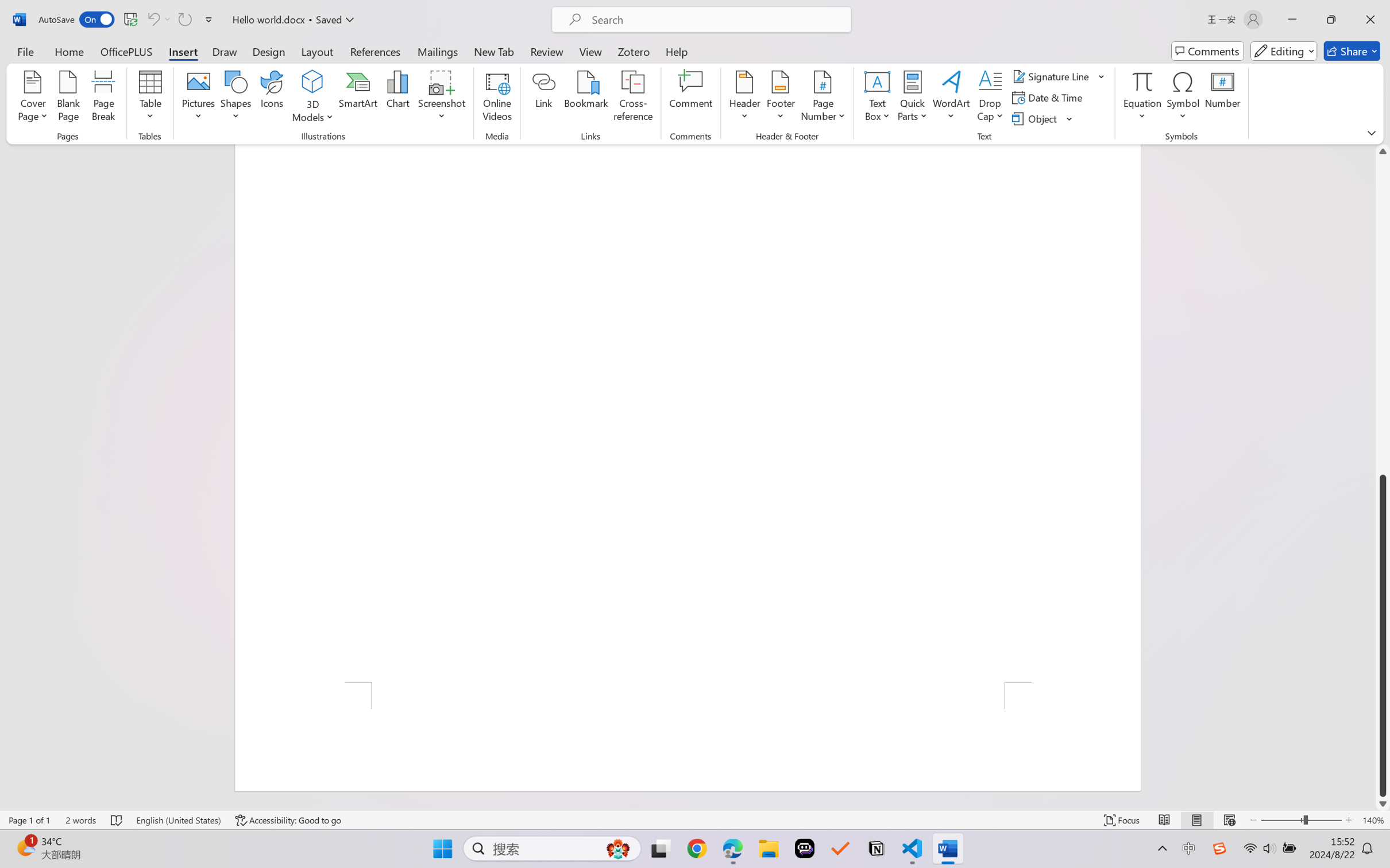  Describe the element at coordinates (1292, 19) in the screenshot. I see `'Minimize'` at that location.